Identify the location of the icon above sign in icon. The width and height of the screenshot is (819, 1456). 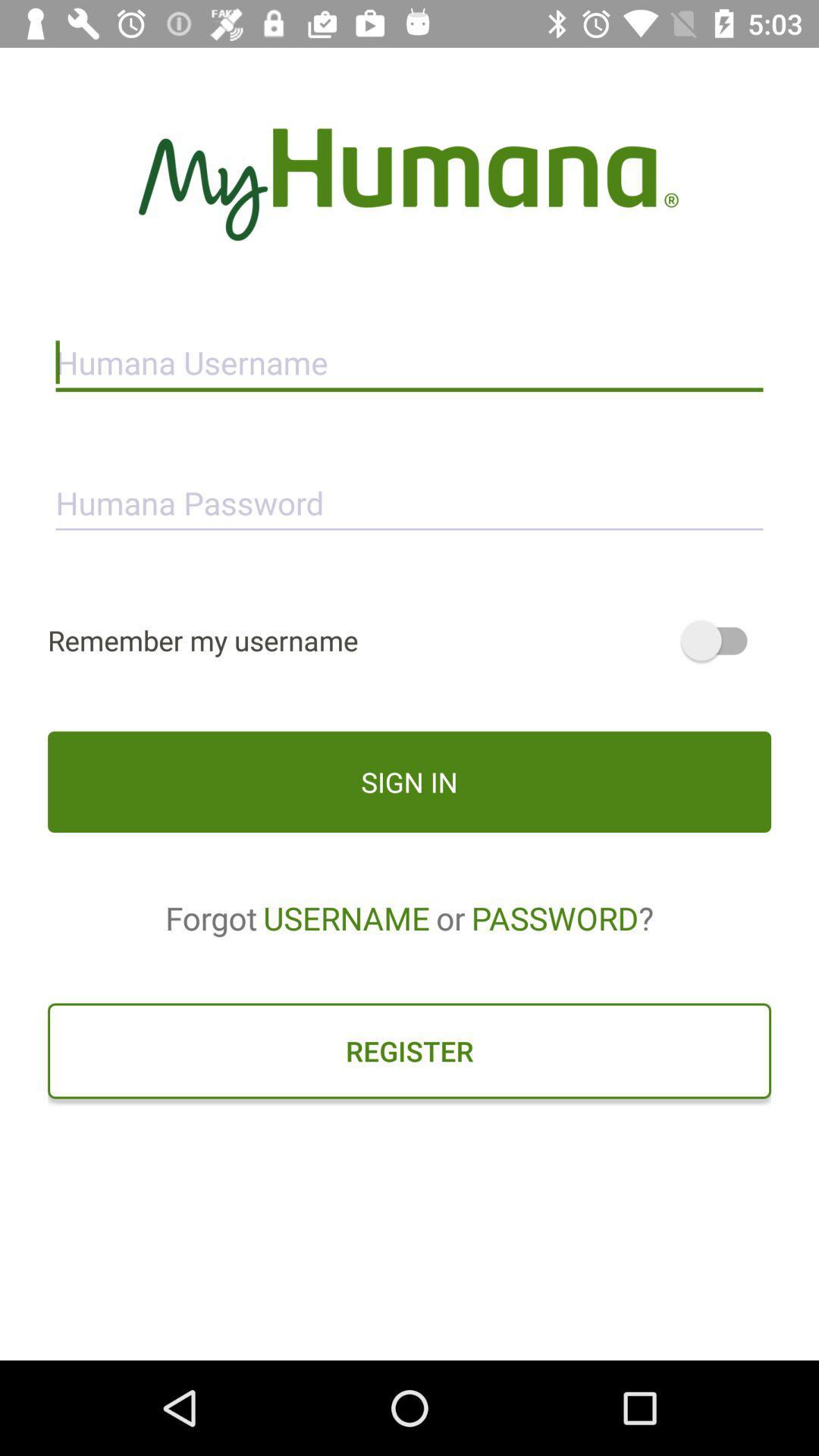
(409, 640).